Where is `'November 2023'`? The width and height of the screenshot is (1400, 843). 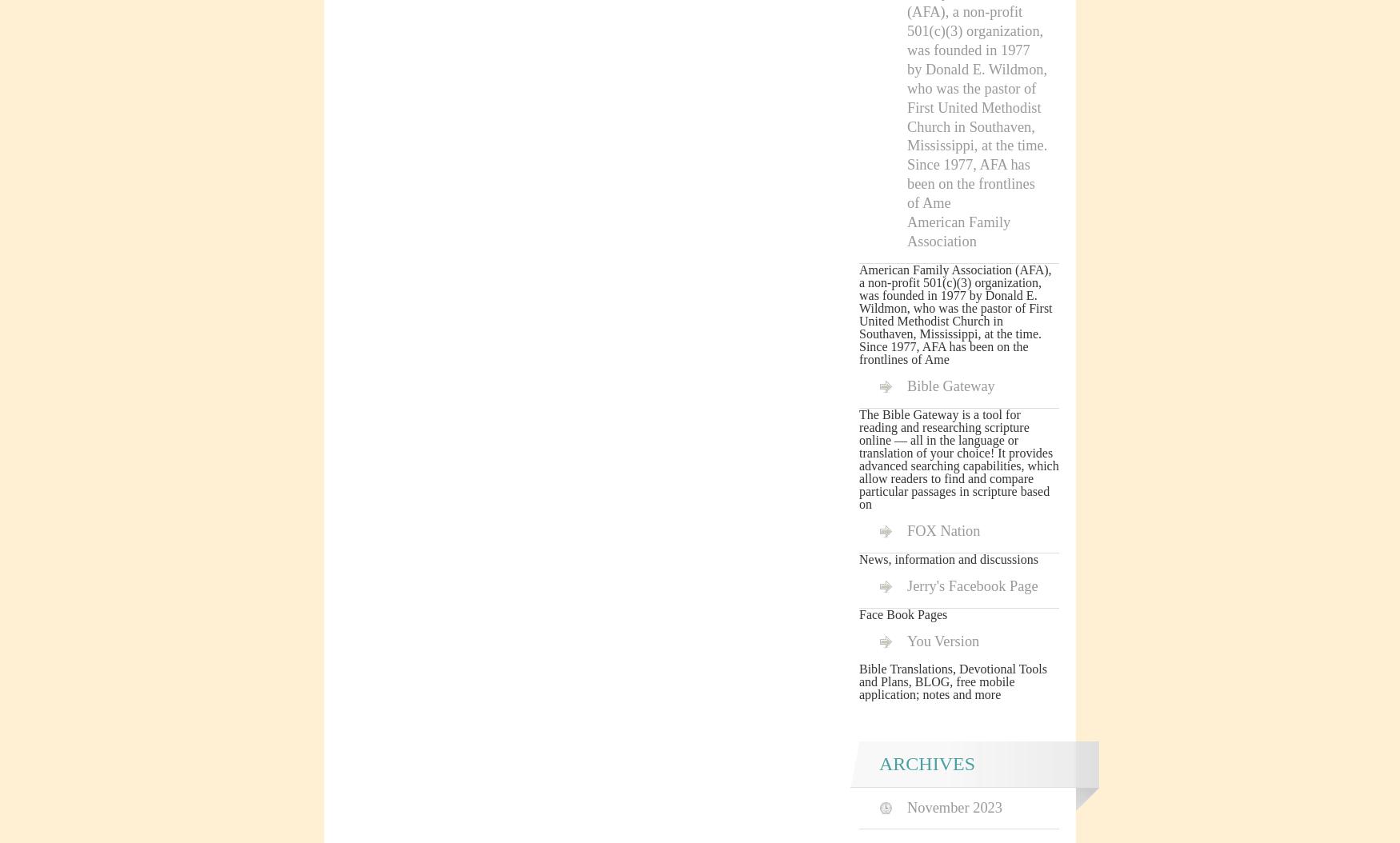
'November 2023' is located at coordinates (906, 805).